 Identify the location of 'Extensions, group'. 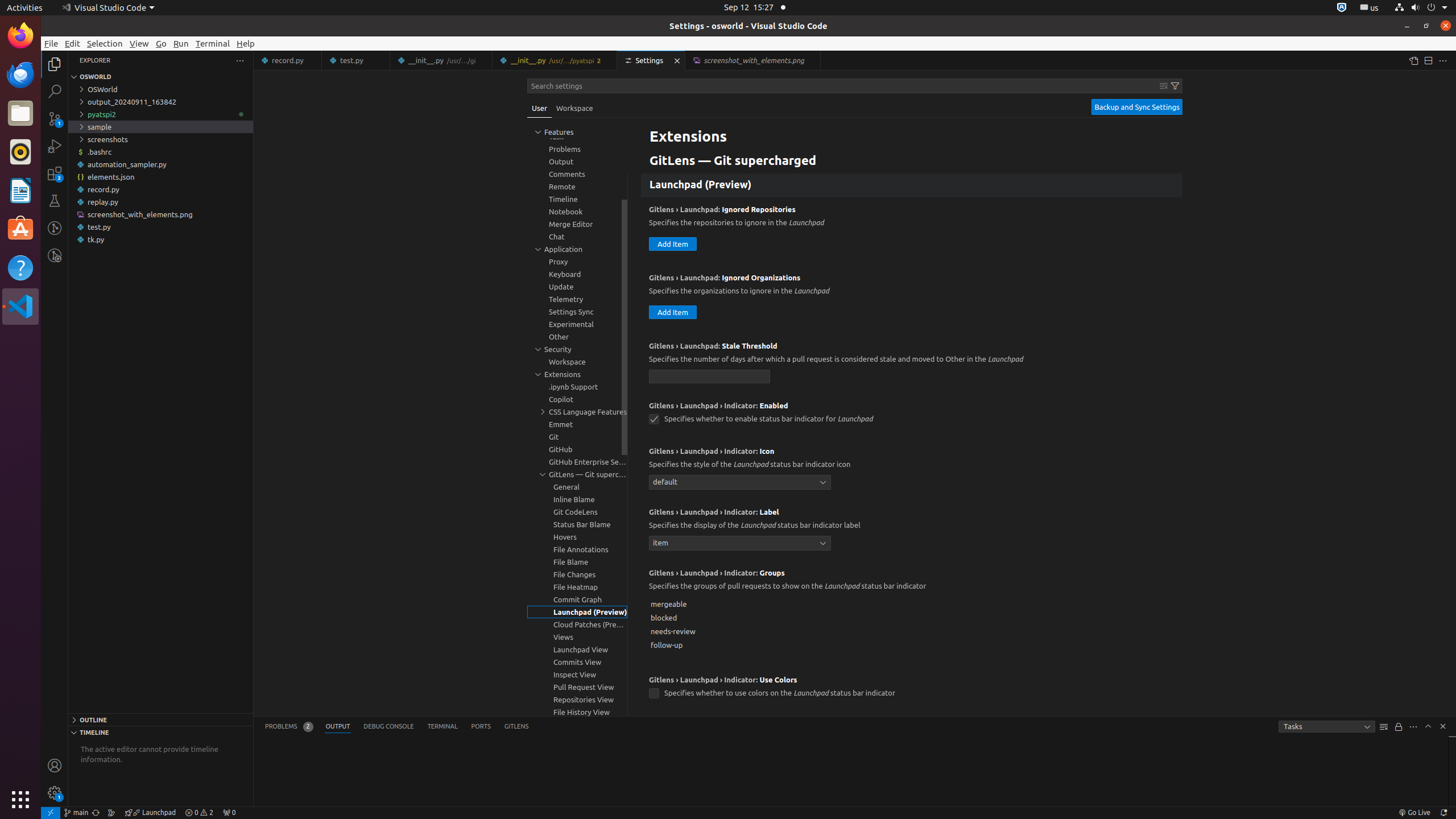
(577, 373).